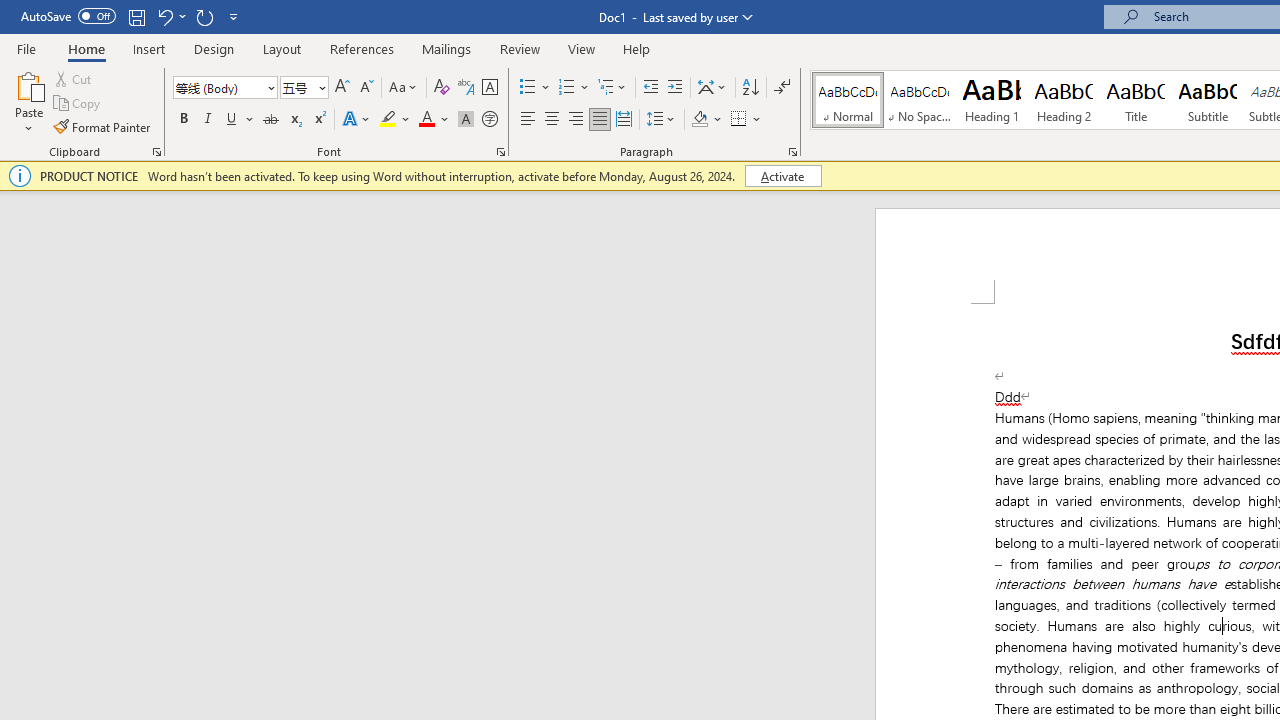  I want to click on 'Font Color RGB(255, 0, 0)', so click(425, 119).